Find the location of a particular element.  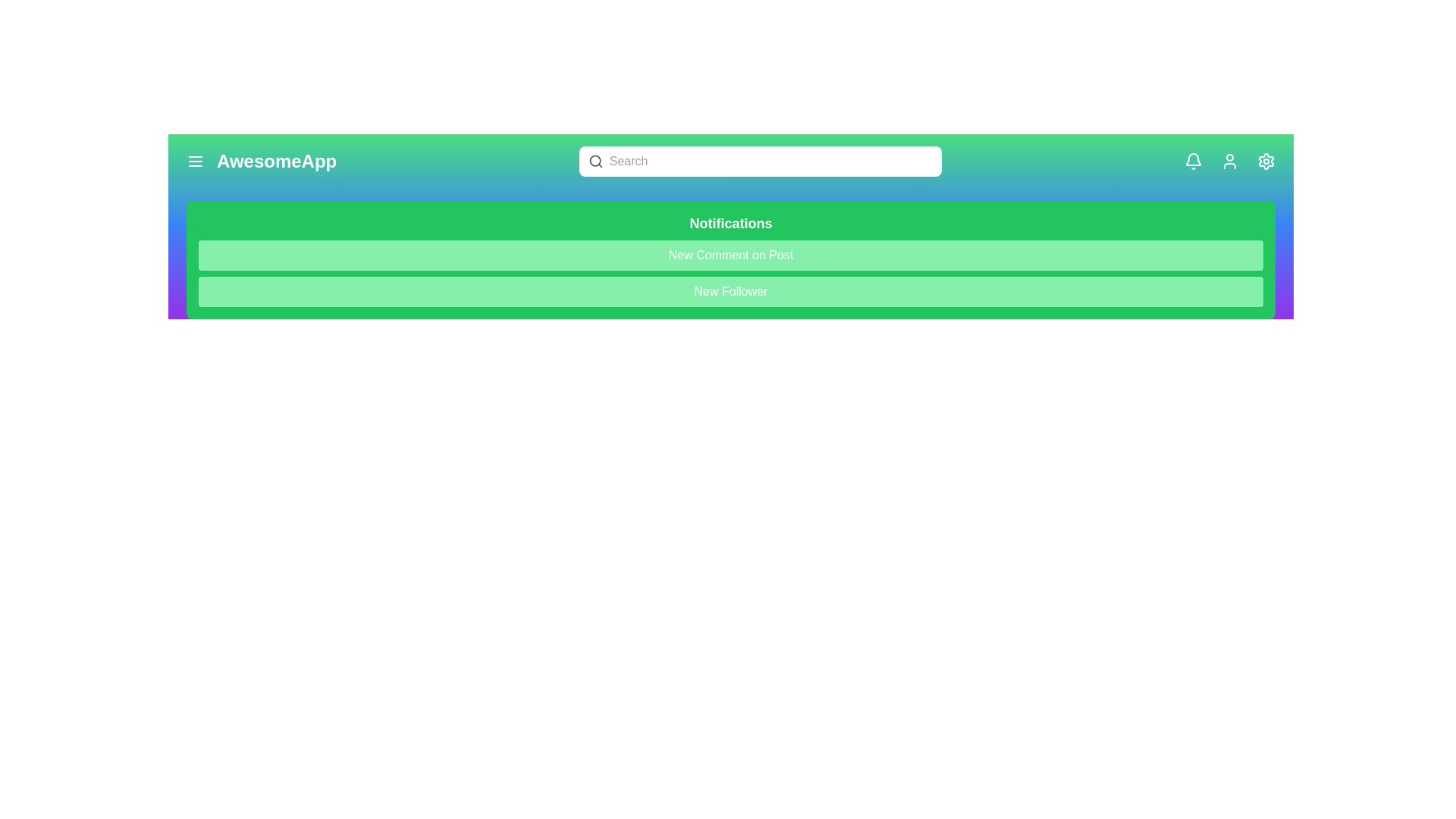

the bell notification icon located in the top-right corner of the interface is located at coordinates (1193, 159).